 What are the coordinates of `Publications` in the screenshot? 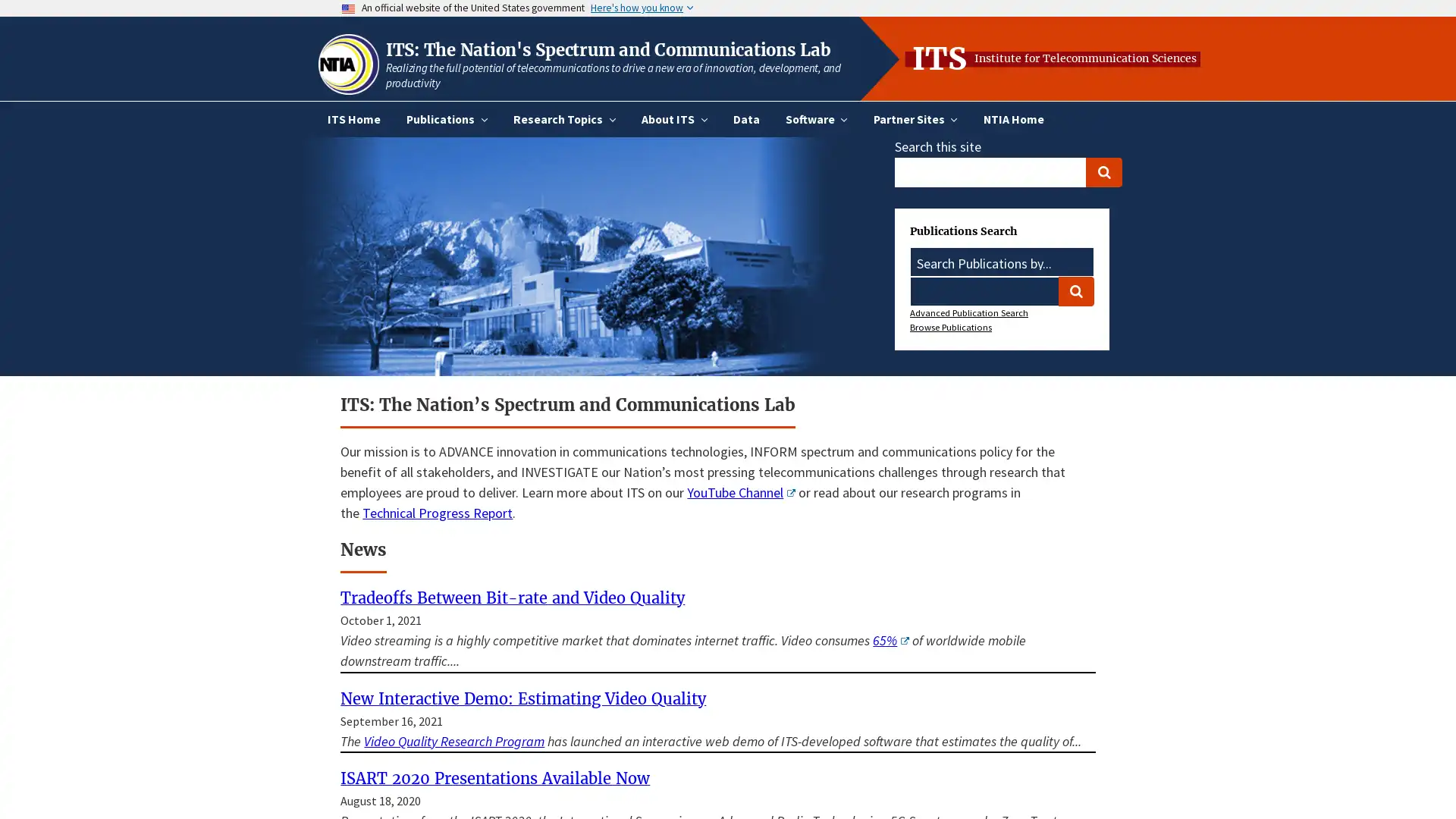 It's located at (446, 118).